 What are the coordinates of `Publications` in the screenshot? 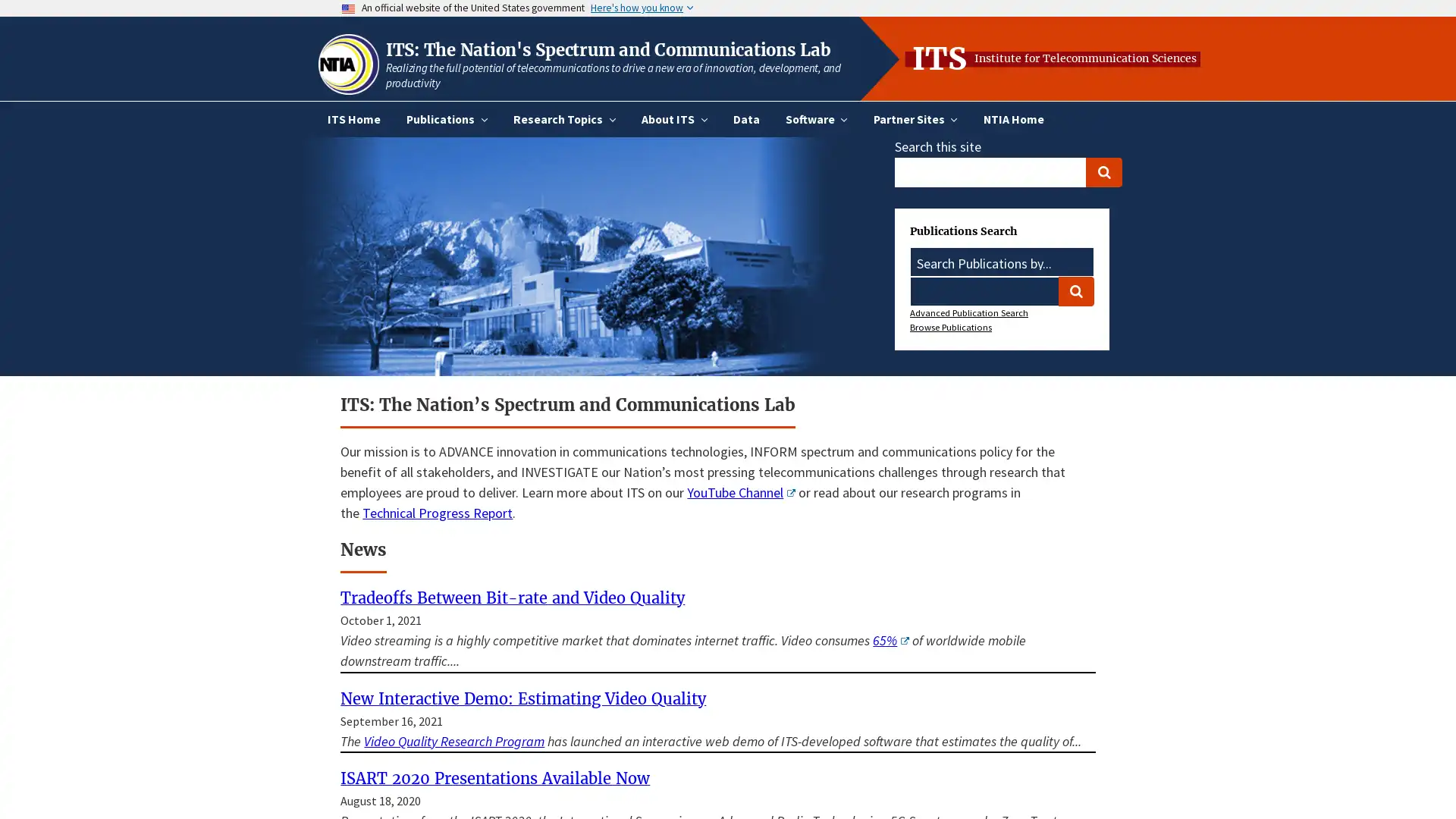 It's located at (446, 118).